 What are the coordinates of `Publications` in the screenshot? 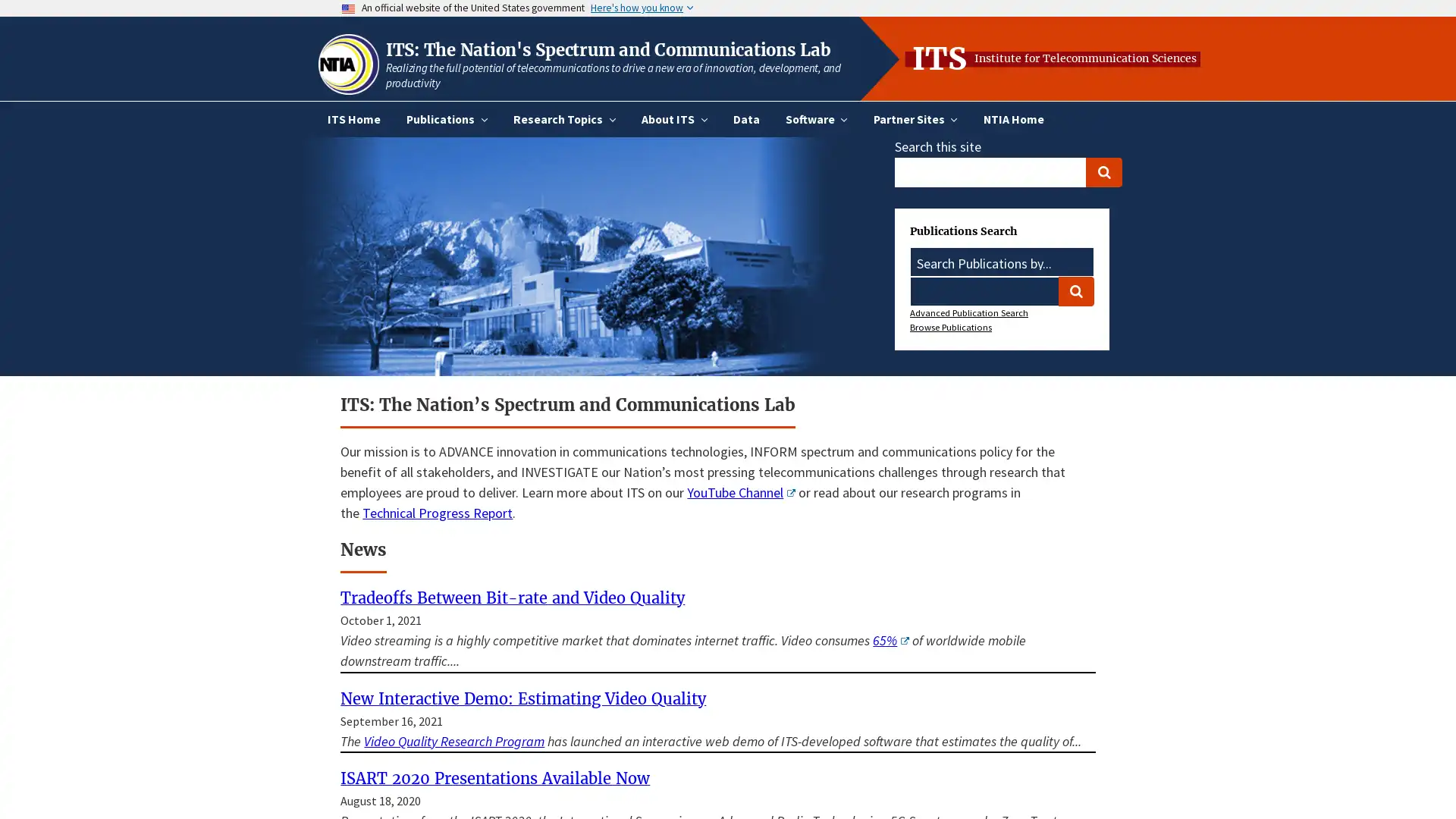 It's located at (446, 118).